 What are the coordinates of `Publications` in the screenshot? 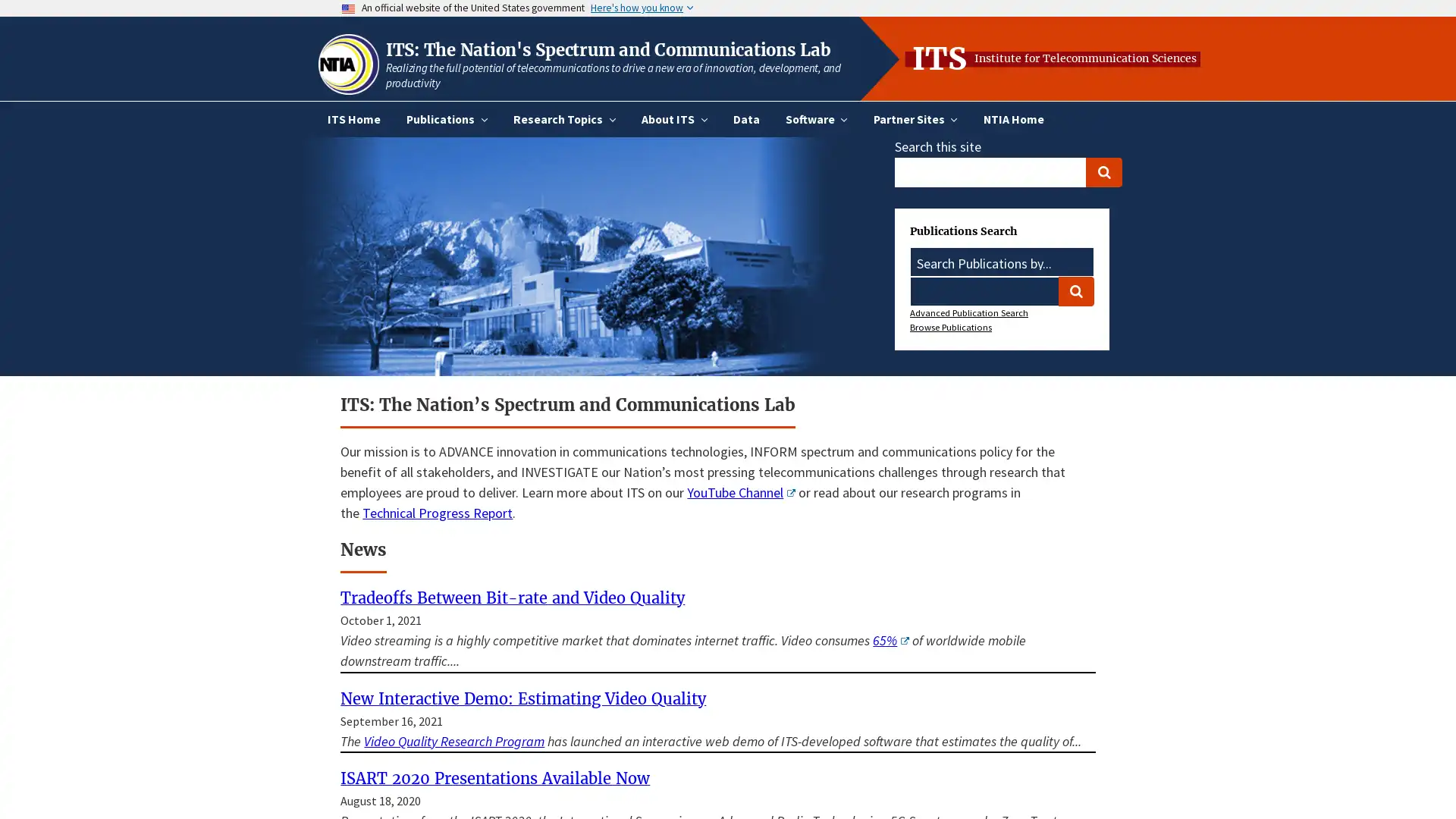 It's located at (446, 118).